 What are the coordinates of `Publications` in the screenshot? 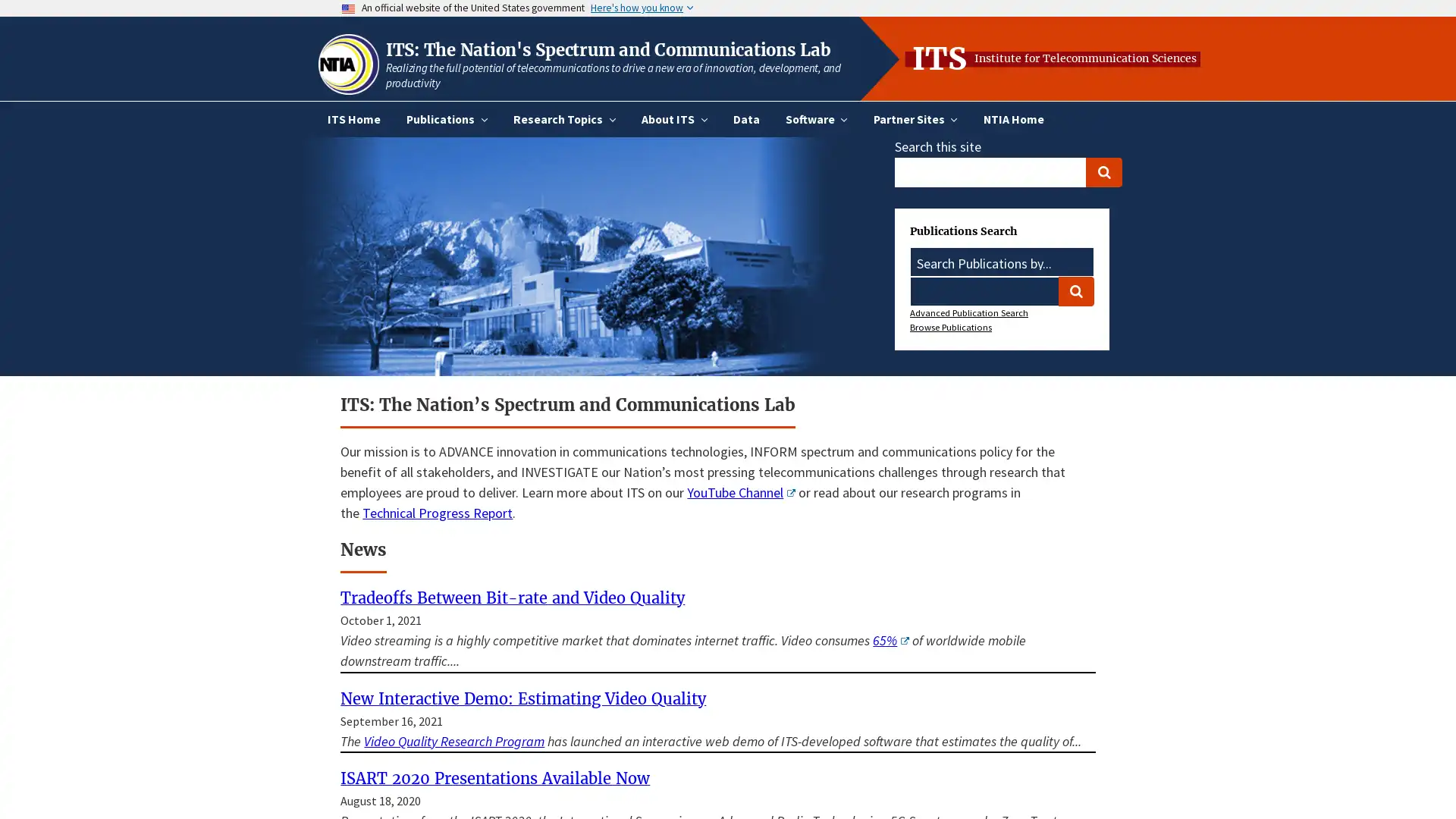 It's located at (446, 118).